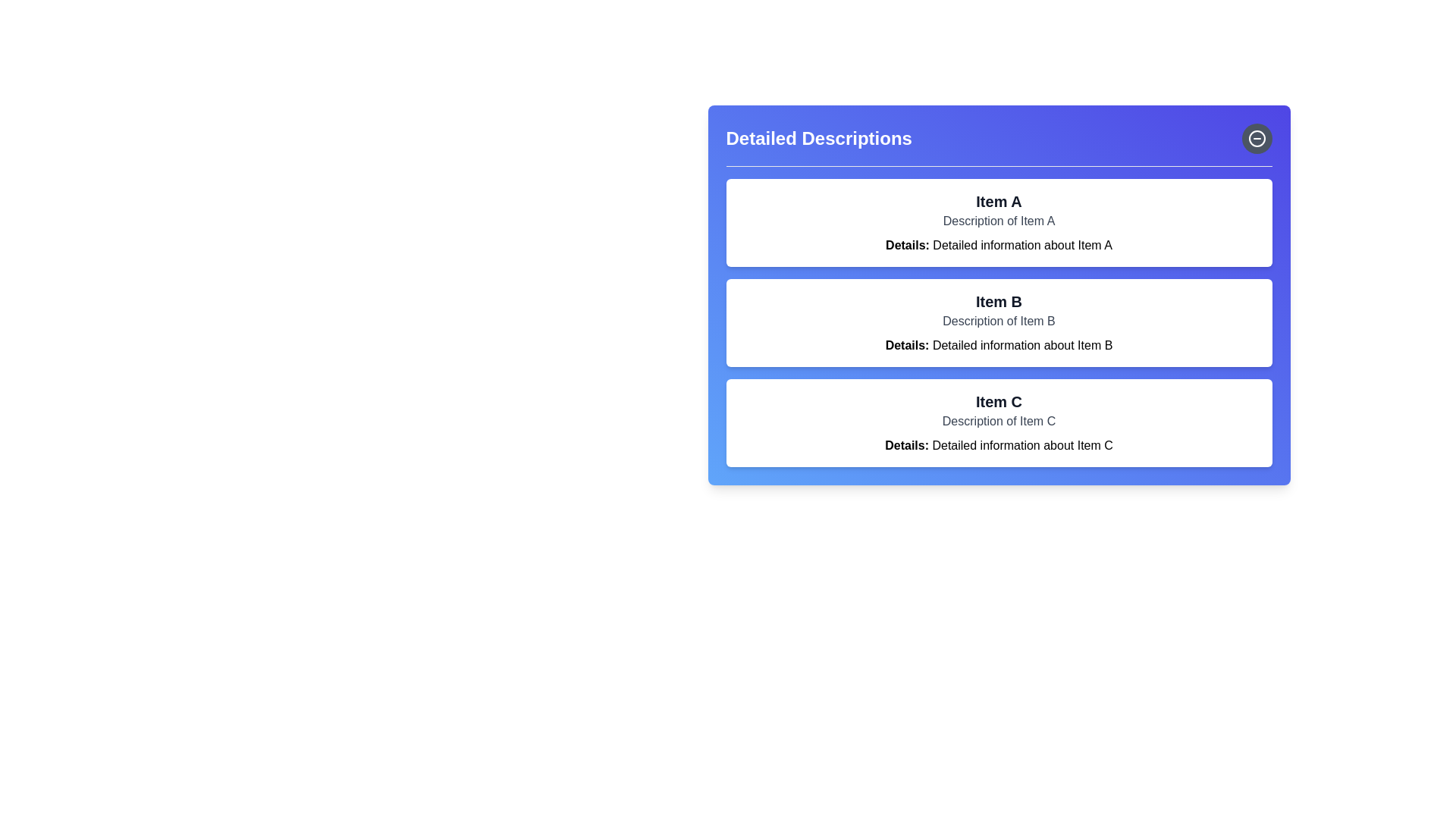 This screenshot has width=1456, height=819. What do you see at coordinates (999, 421) in the screenshot?
I see `the Text Label displaying 'Description of Item C', which is styled in gray font and positioned beneath the 'Item C' title within a white card layout` at bounding box center [999, 421].